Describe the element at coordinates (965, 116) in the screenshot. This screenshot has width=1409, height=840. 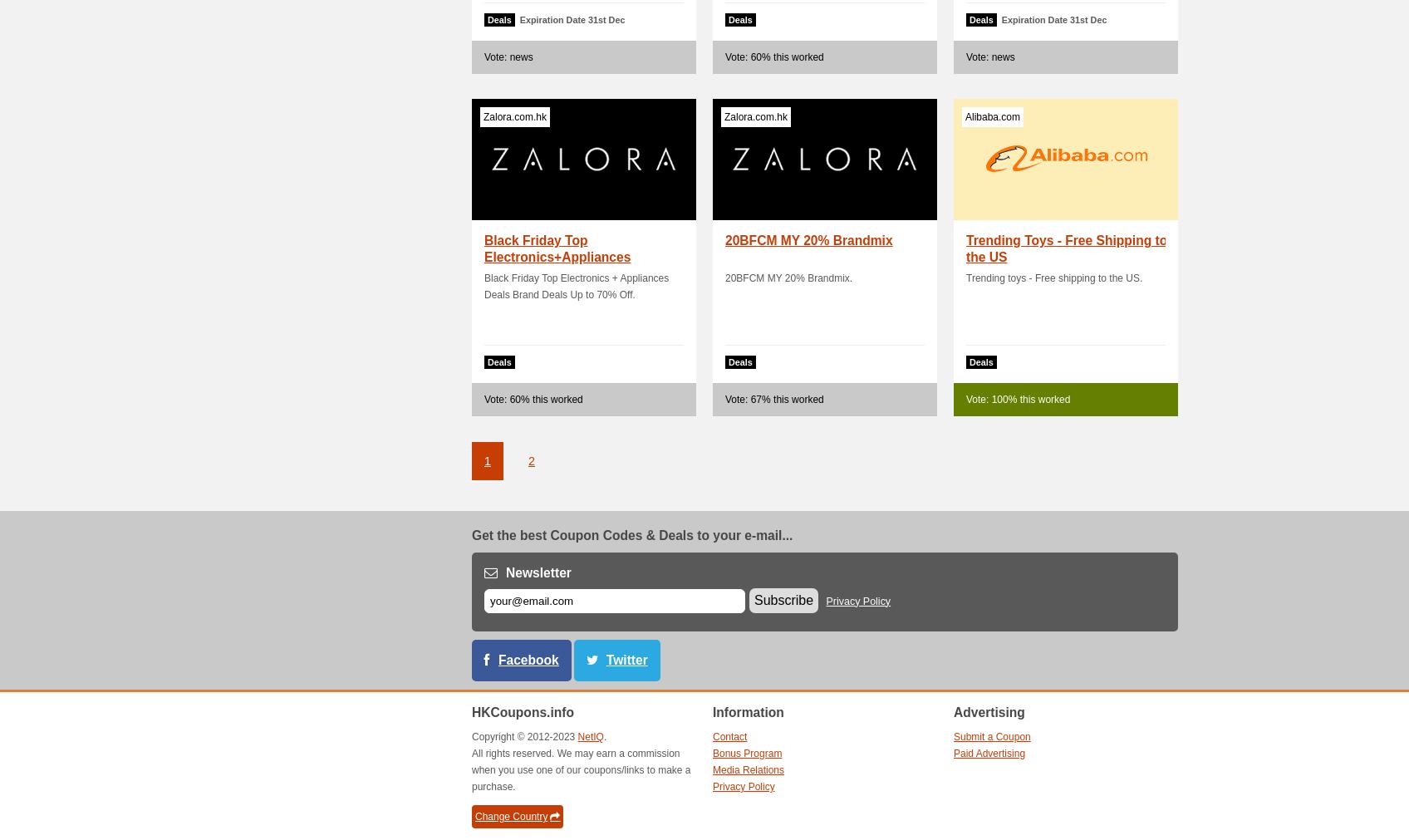
I see `'Alibaba.com'` at that location.